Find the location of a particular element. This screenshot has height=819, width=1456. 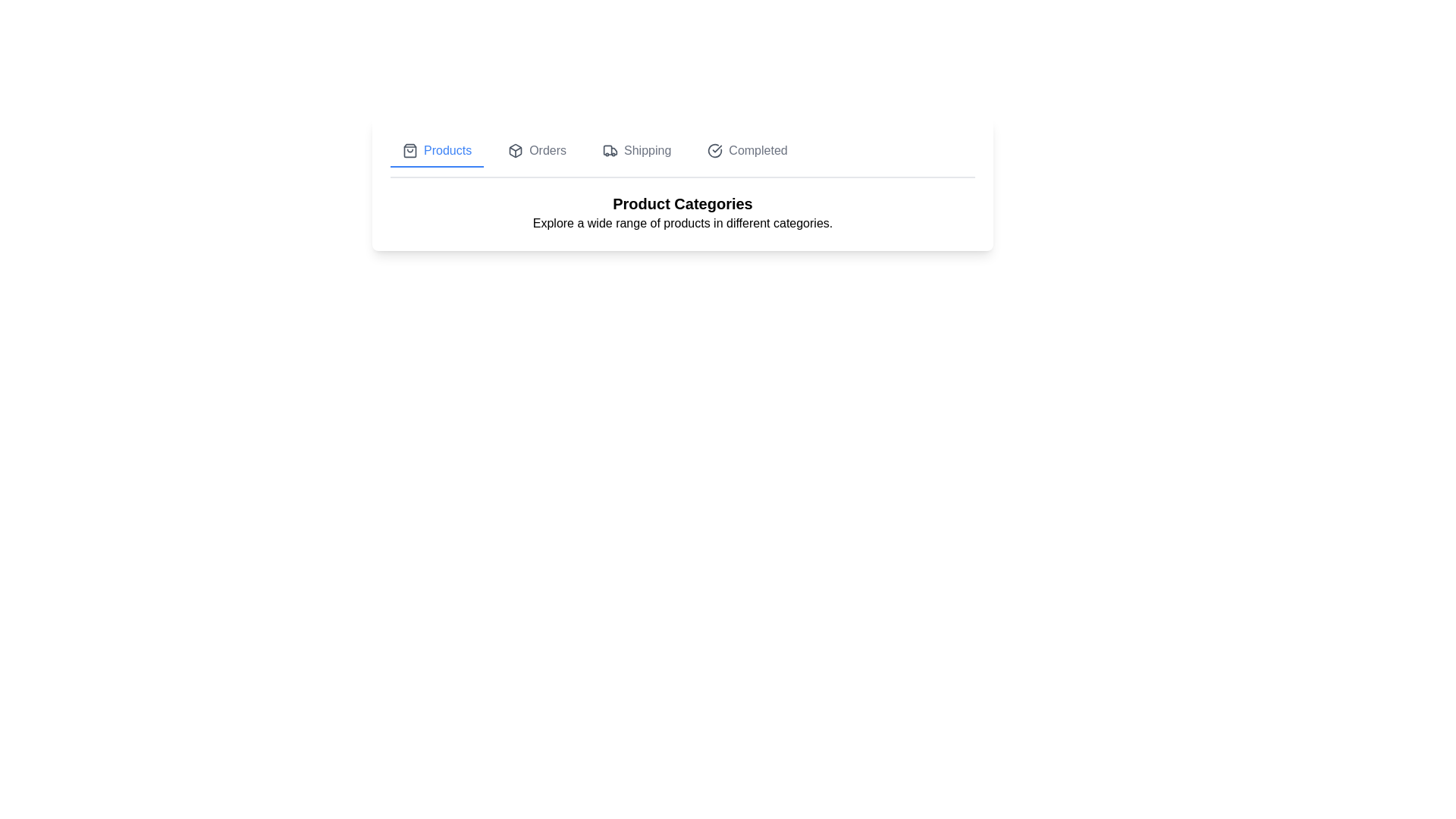

the active 'Products' tab in the navigation bar, which is styled in blue and has a shopping bag icon to its left is located at coordinates (436, 152).